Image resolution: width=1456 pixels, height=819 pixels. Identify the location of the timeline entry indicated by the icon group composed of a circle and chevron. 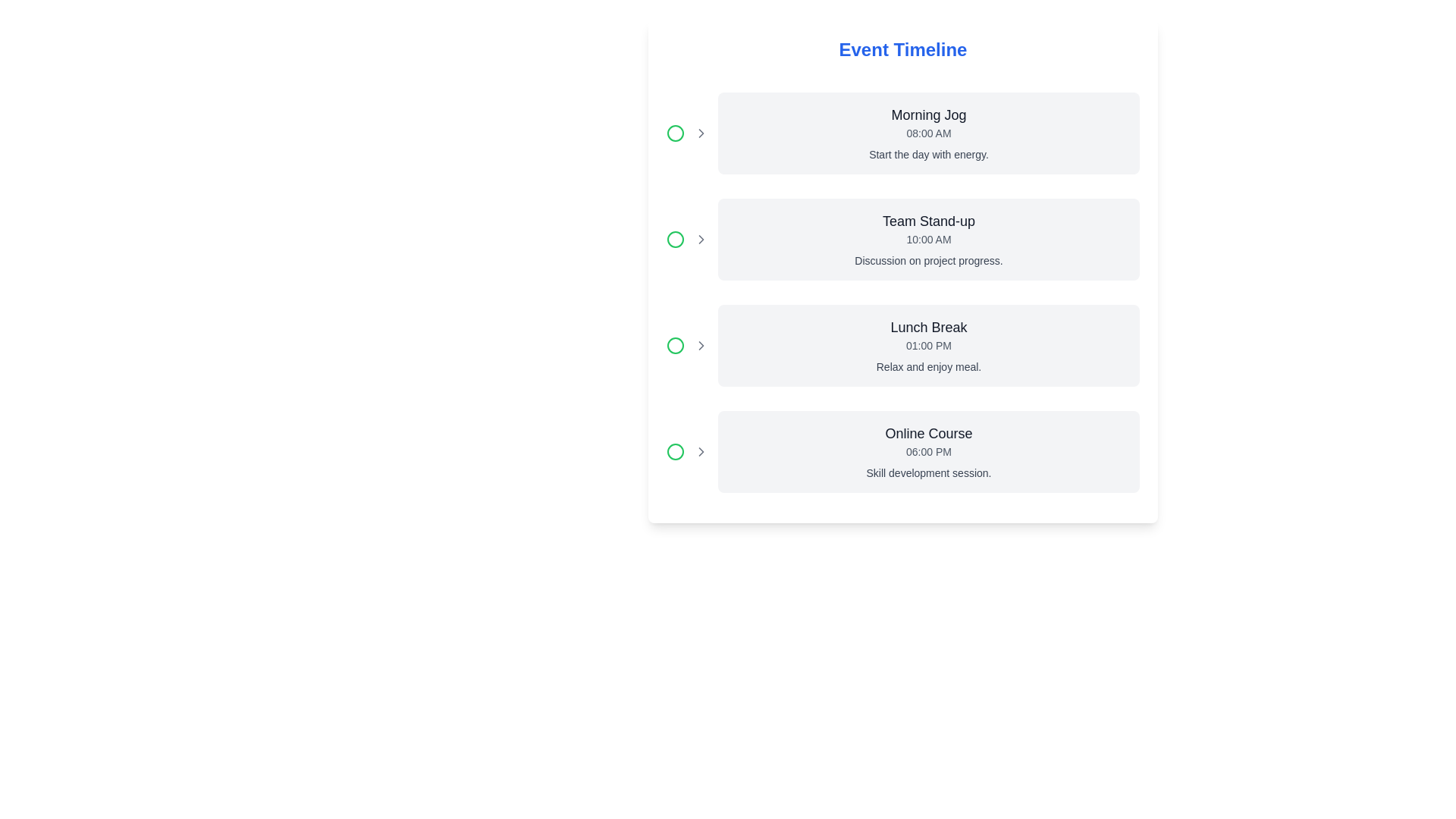
(691, 451).